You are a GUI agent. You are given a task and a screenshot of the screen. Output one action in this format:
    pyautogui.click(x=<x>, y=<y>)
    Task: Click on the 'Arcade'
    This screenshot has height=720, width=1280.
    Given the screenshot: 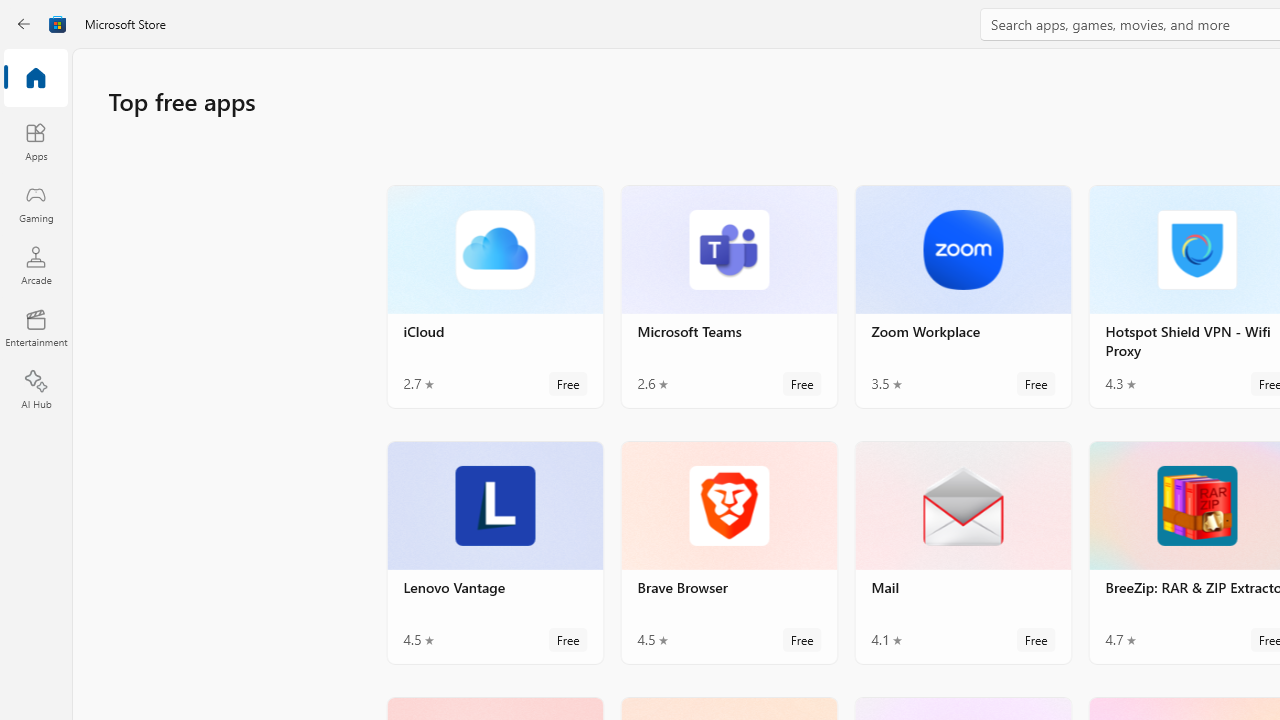 What is the action you would take?
    pyautogui.click(x=35, y=264)
    